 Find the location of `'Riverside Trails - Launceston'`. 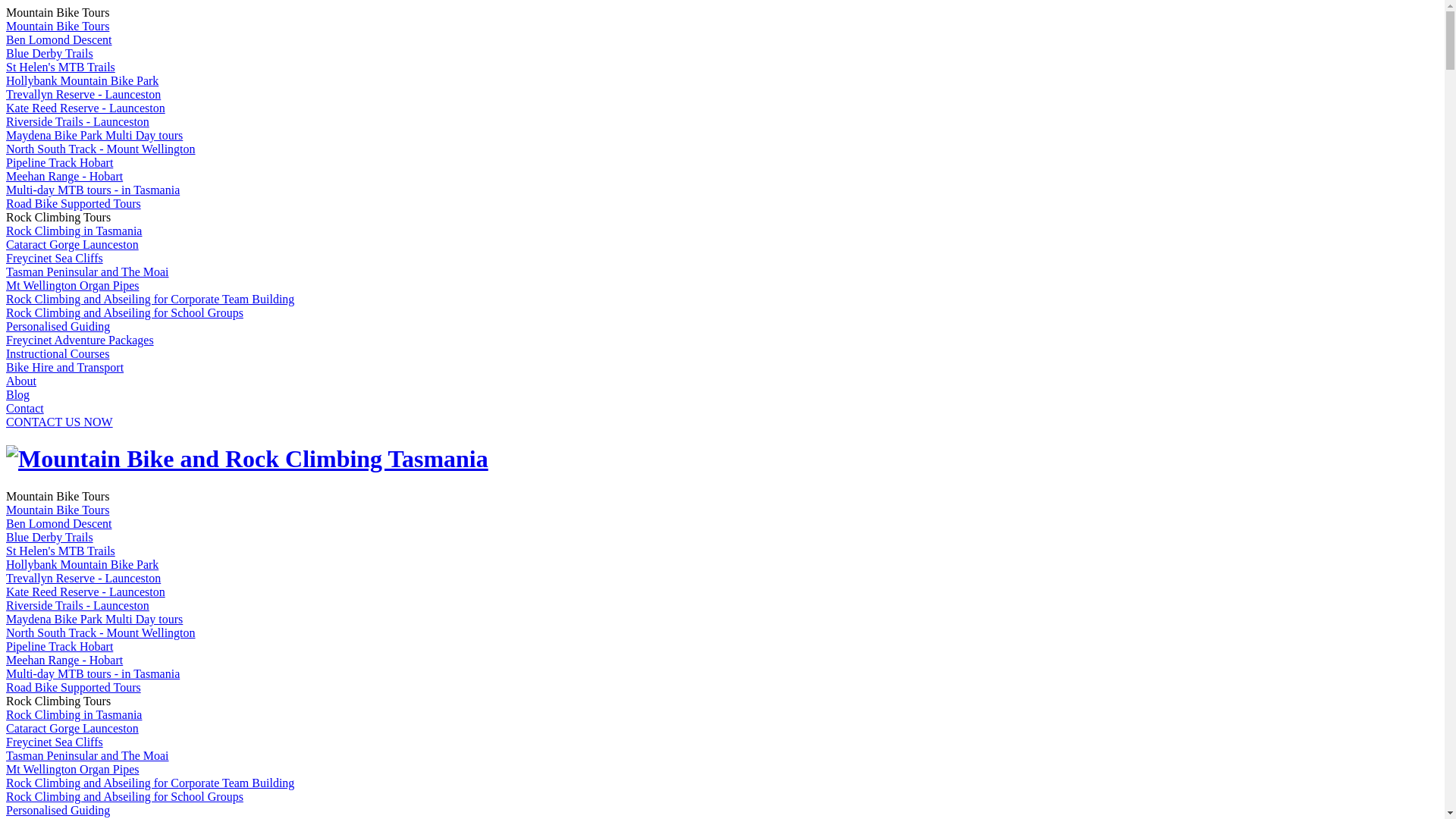

'Riverside Trails - Launceston' is located at coordinates (77, 121).